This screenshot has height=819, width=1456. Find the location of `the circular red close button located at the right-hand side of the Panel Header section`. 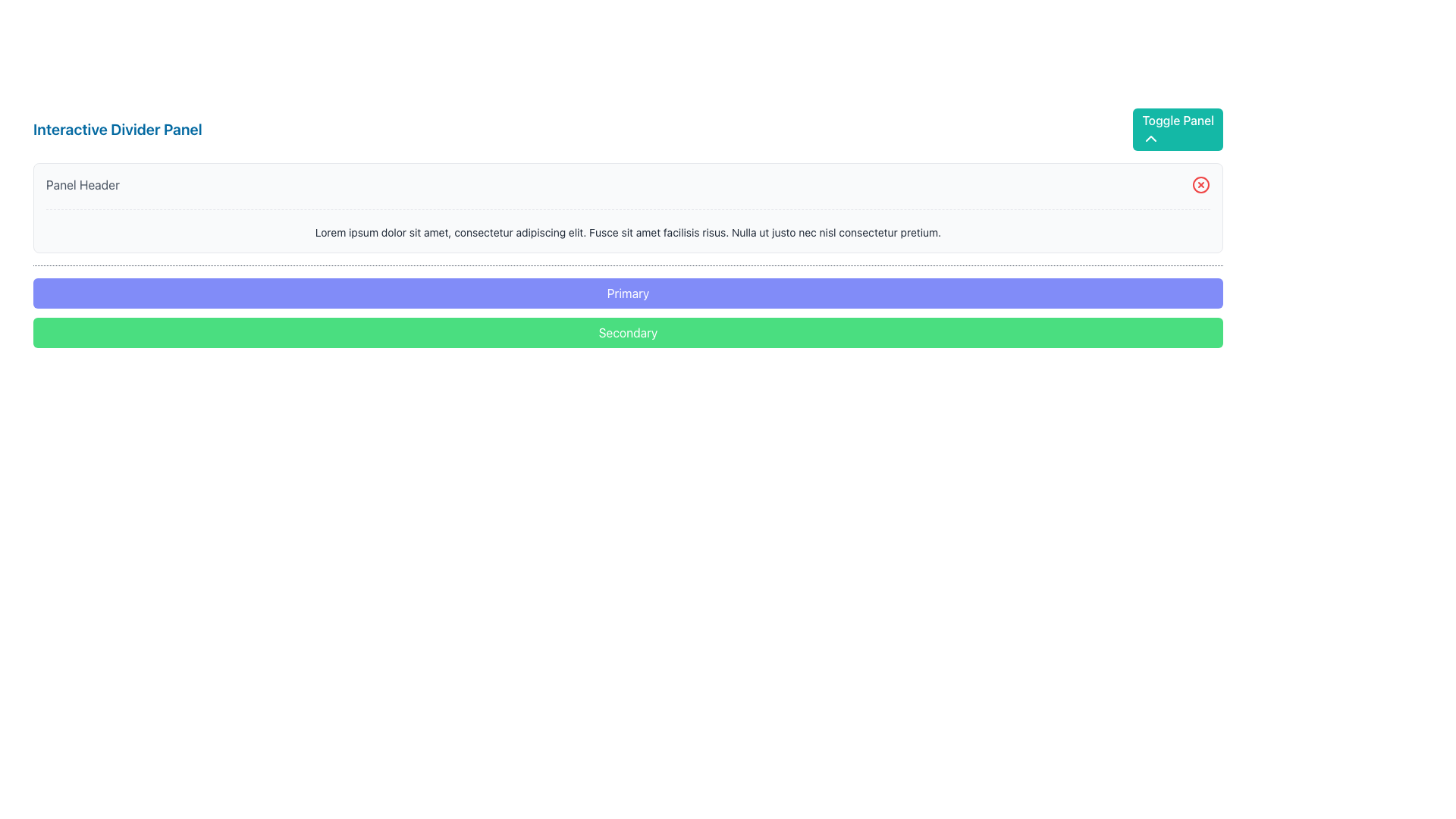

the circular red close button located at the right-hand side of the Panel Header section is located at coordinates (1200, 184).